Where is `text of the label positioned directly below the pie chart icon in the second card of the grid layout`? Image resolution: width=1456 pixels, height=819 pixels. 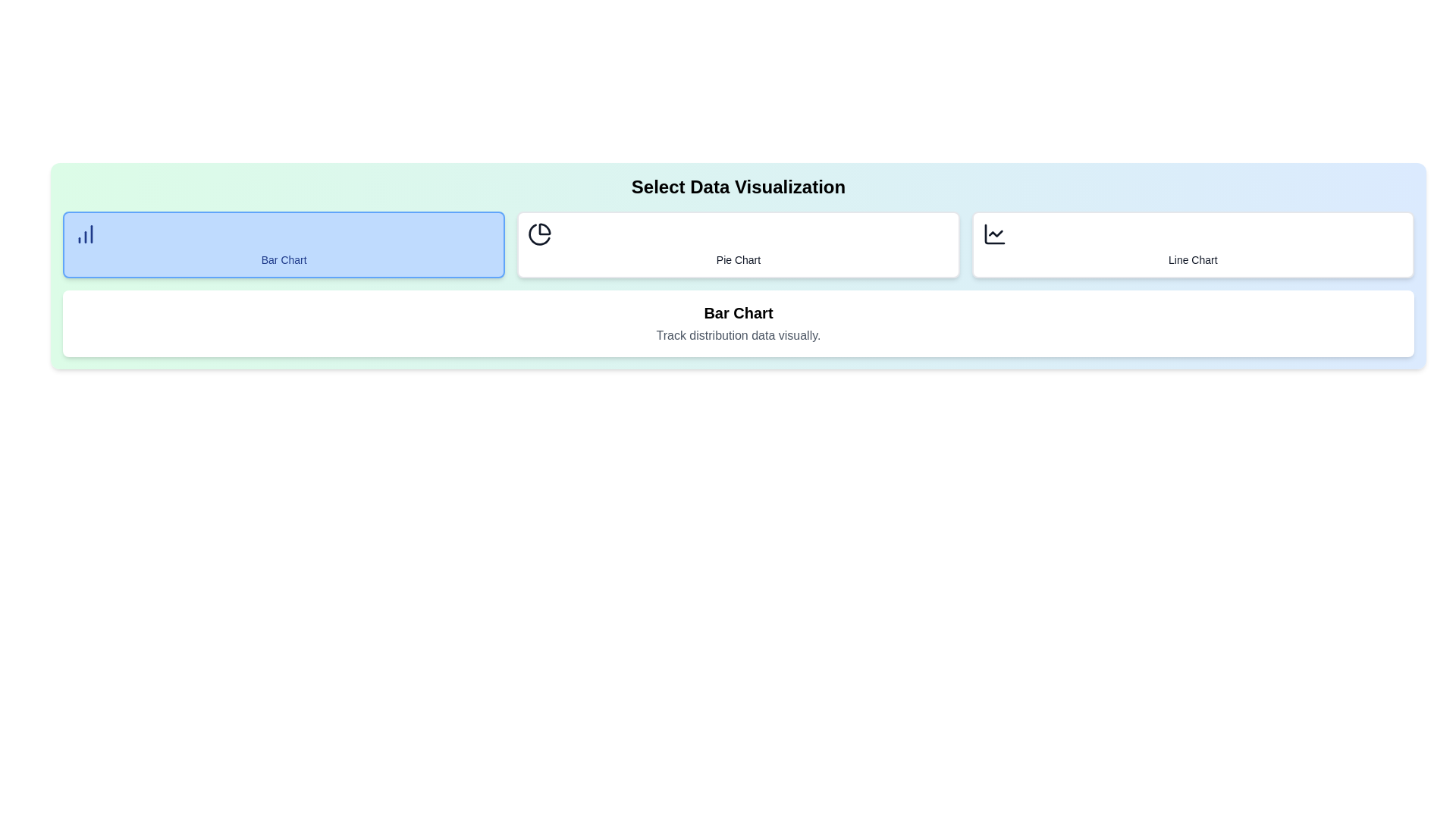 text of the label positioned directly below the pie chart icon in the second card of the grid layout is located at coordinates (739, 259).